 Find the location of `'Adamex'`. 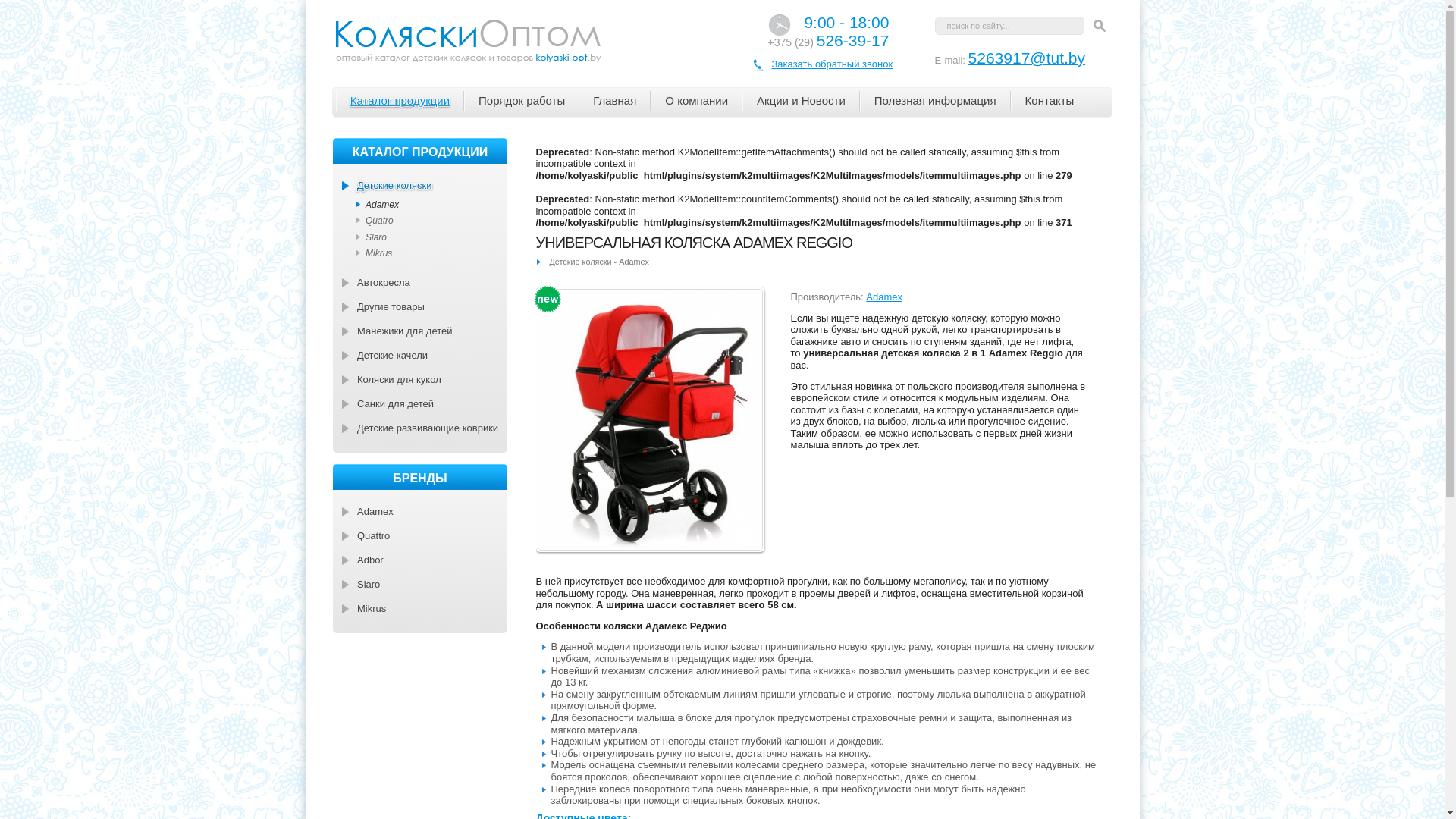

'Adamex' is located at coordinates (884, 297).